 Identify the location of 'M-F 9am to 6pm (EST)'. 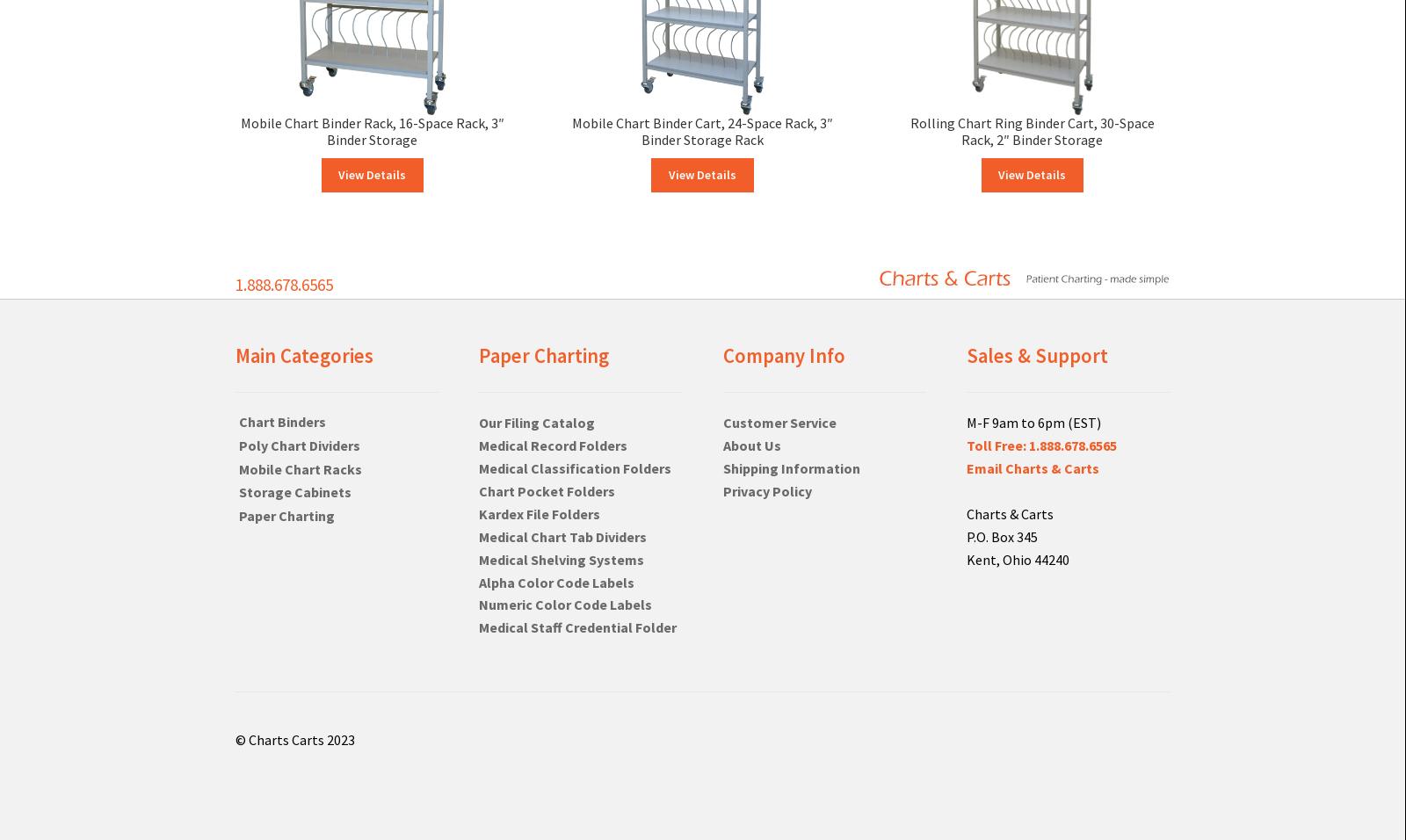
(967, 421).